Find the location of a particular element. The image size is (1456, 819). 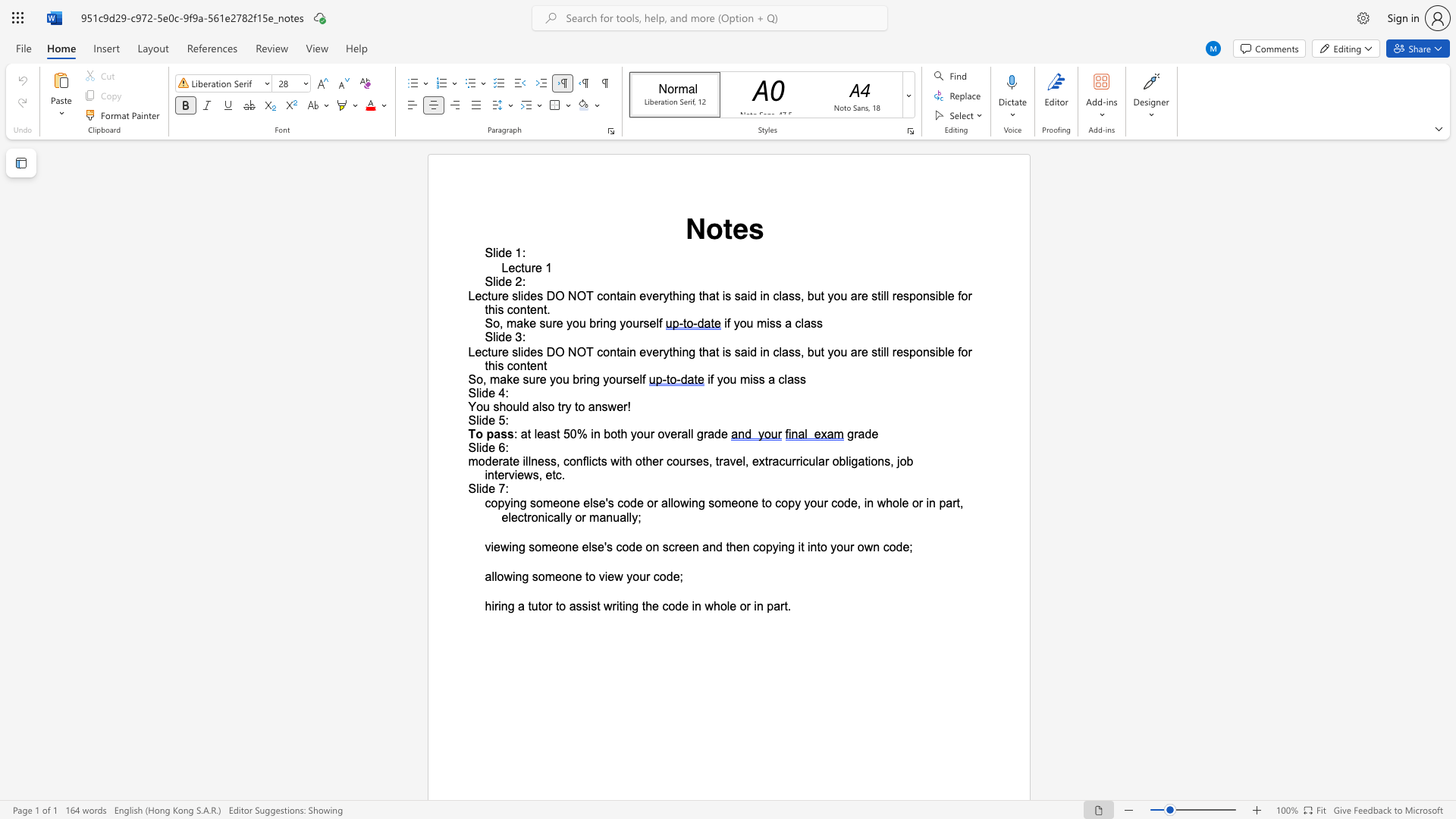

the subset text "e for this con" within the text "everything that is said in class, but you are still responsible for this content" is located at coordinates (946, 352).